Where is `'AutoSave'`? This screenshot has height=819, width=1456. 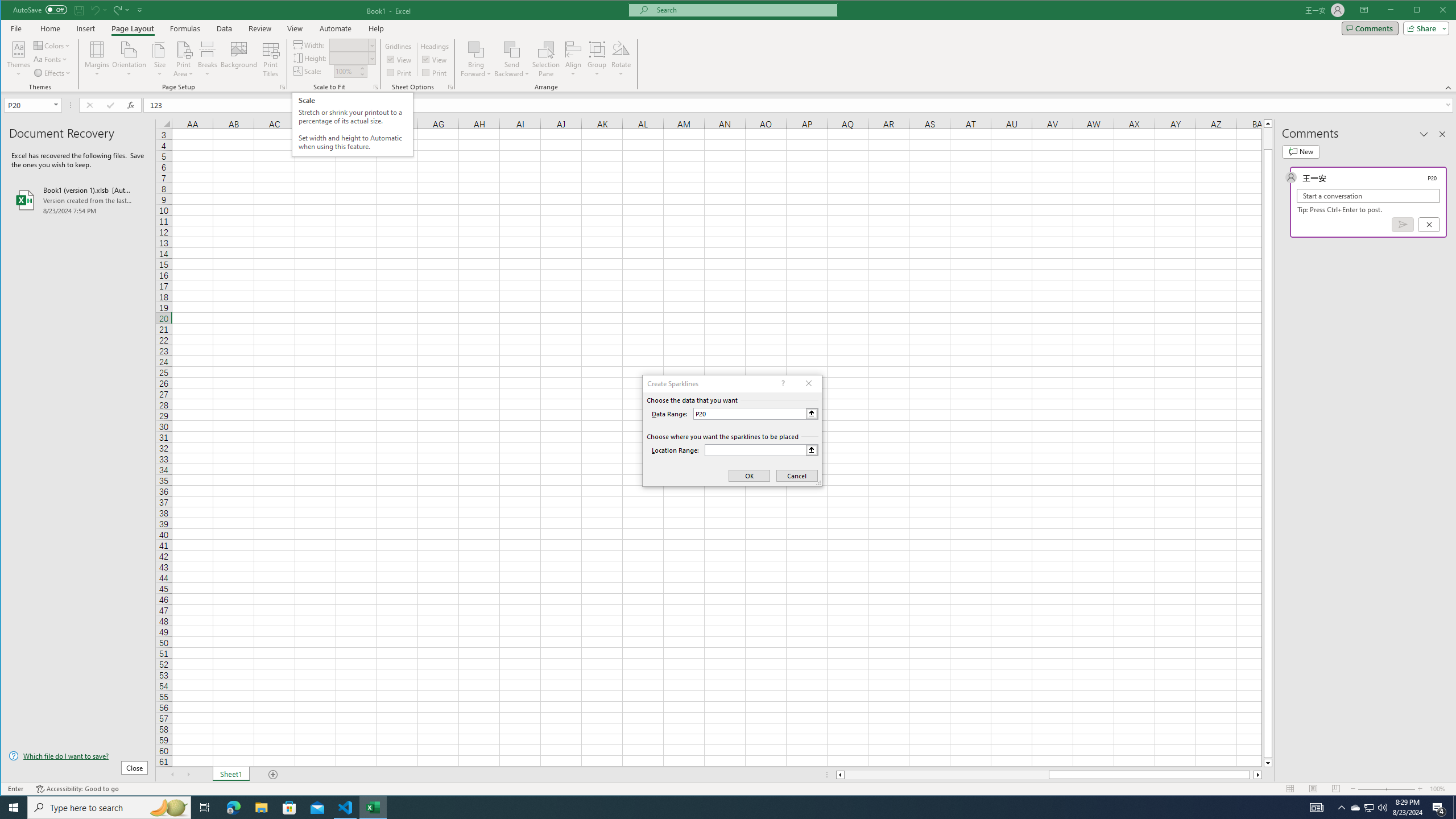
'AutoSave' is located at coordinates (39, 9).